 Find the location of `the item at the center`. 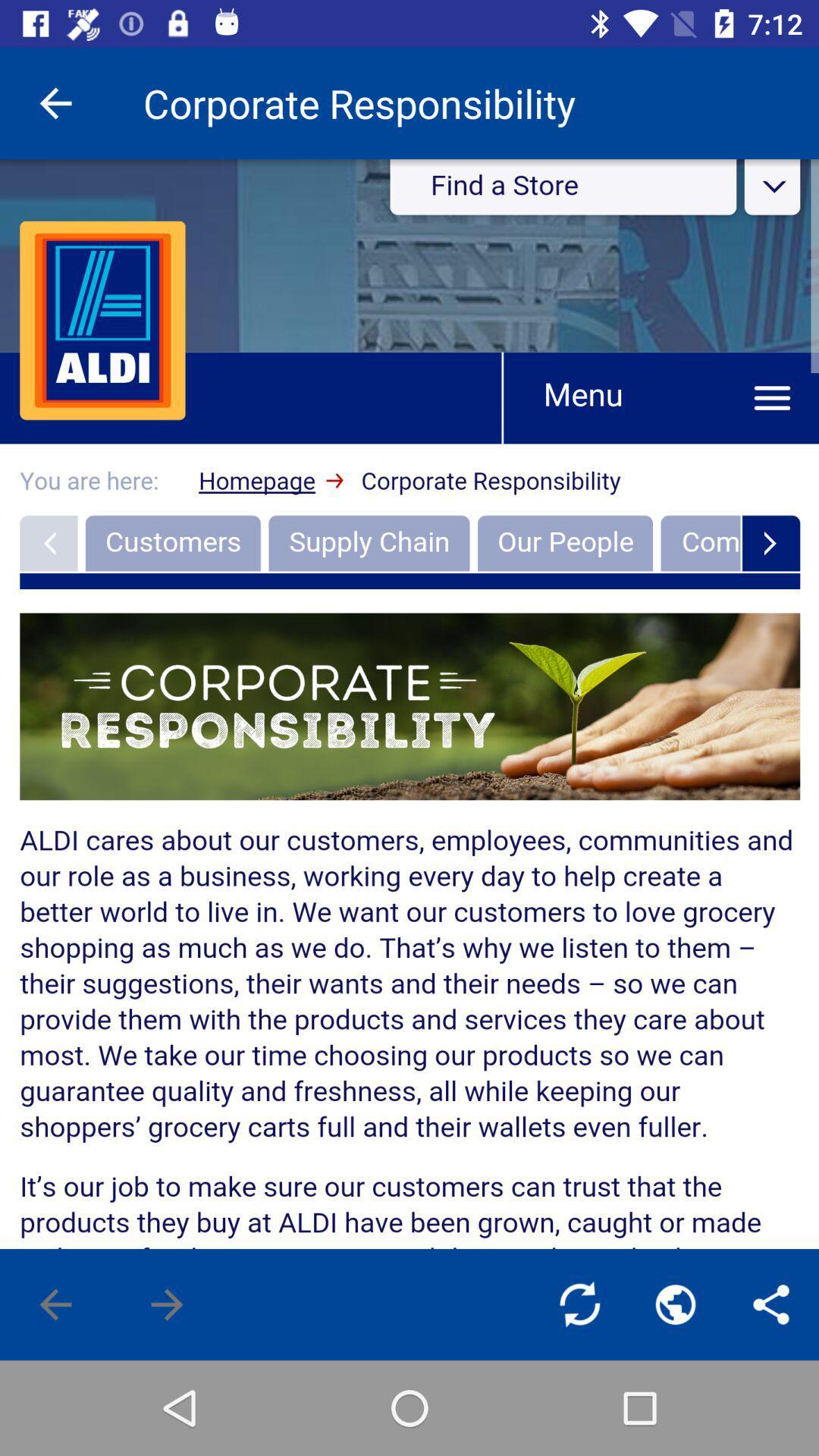

the item at the center is located at coordinates (409, 703).